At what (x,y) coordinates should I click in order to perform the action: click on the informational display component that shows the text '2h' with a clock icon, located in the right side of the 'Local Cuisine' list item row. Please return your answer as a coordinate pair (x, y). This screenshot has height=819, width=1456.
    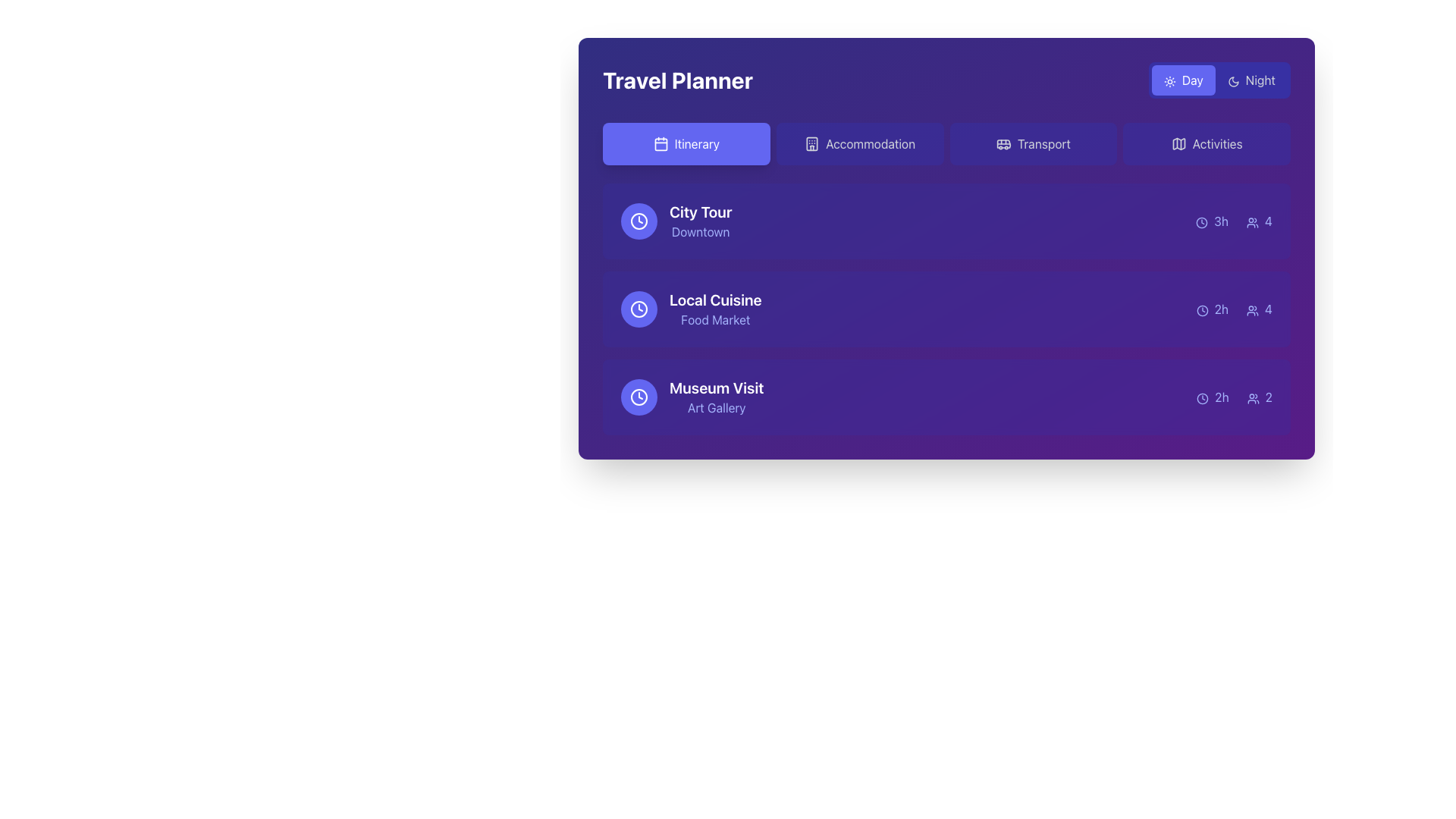
    Looking at the image, I should click on (1211, 309).